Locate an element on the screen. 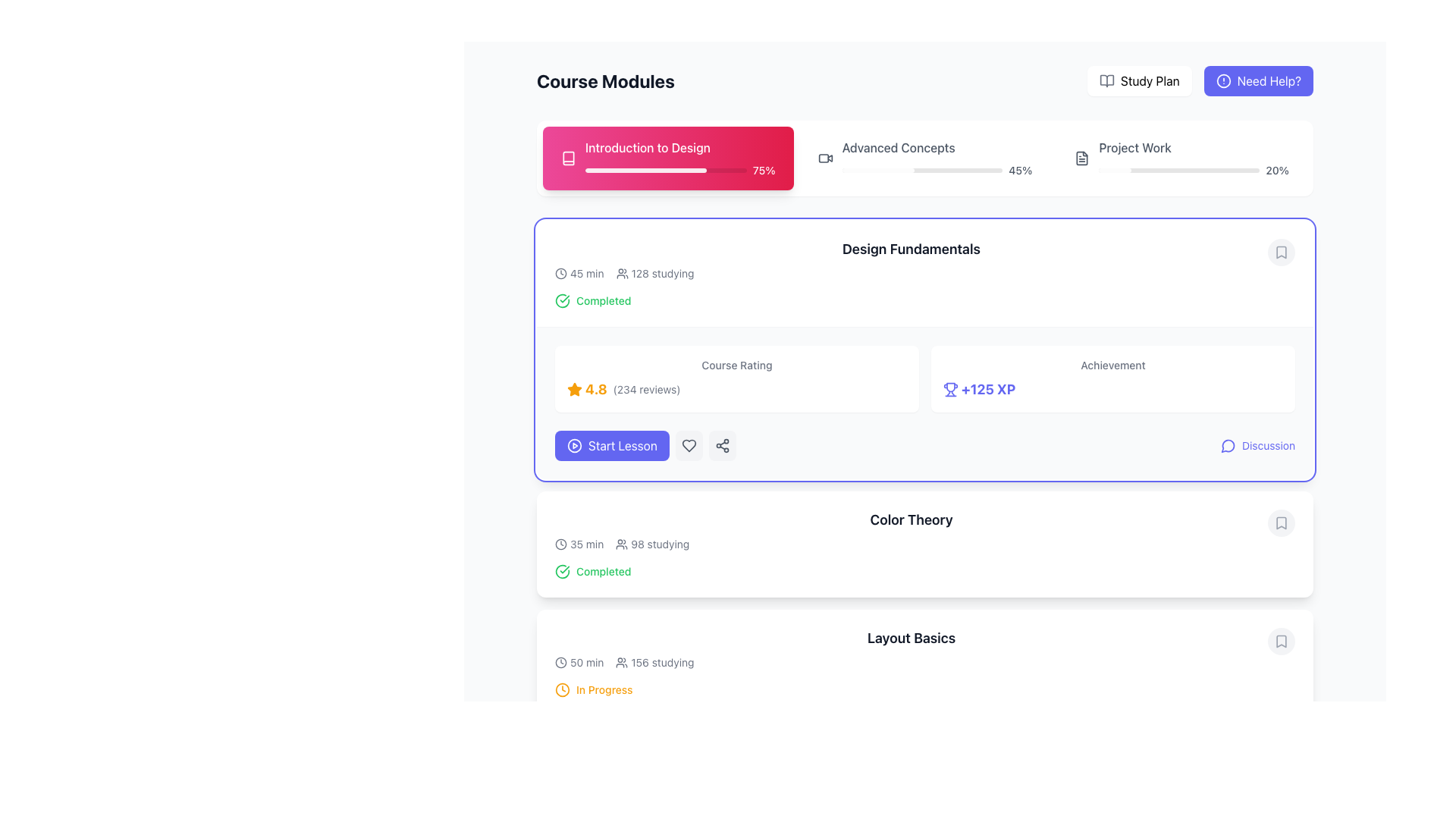  the completion icon located to the left of the 'Completed' text in the 'Design Fundamentals' course module section is located at coordinates (562, 301).